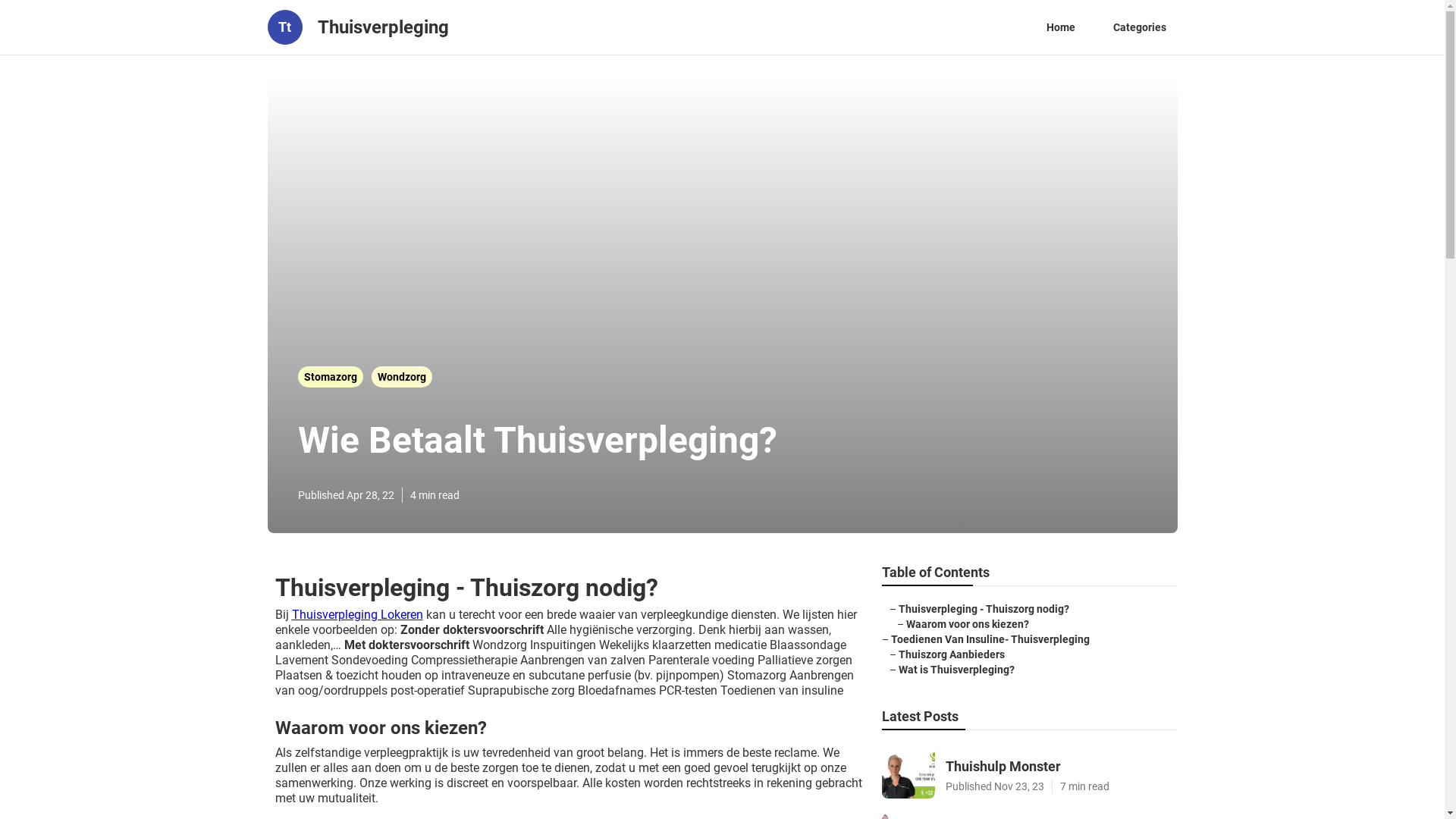  Describe the element at coordinates (1139, 27) in the screenshot. I see `'Categories'` at that location.